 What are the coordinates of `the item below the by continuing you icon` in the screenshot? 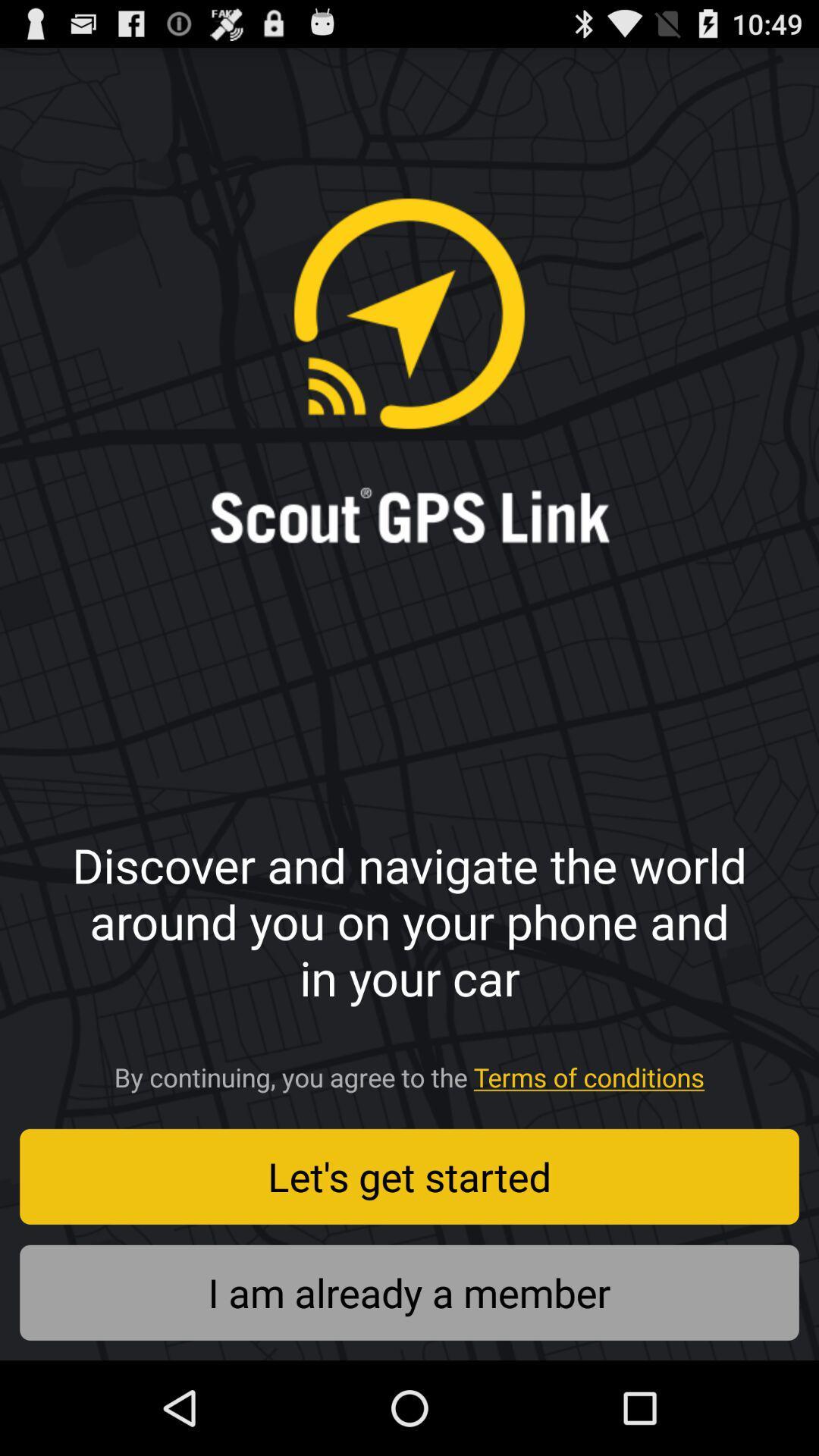 It's located at (409, 1175).